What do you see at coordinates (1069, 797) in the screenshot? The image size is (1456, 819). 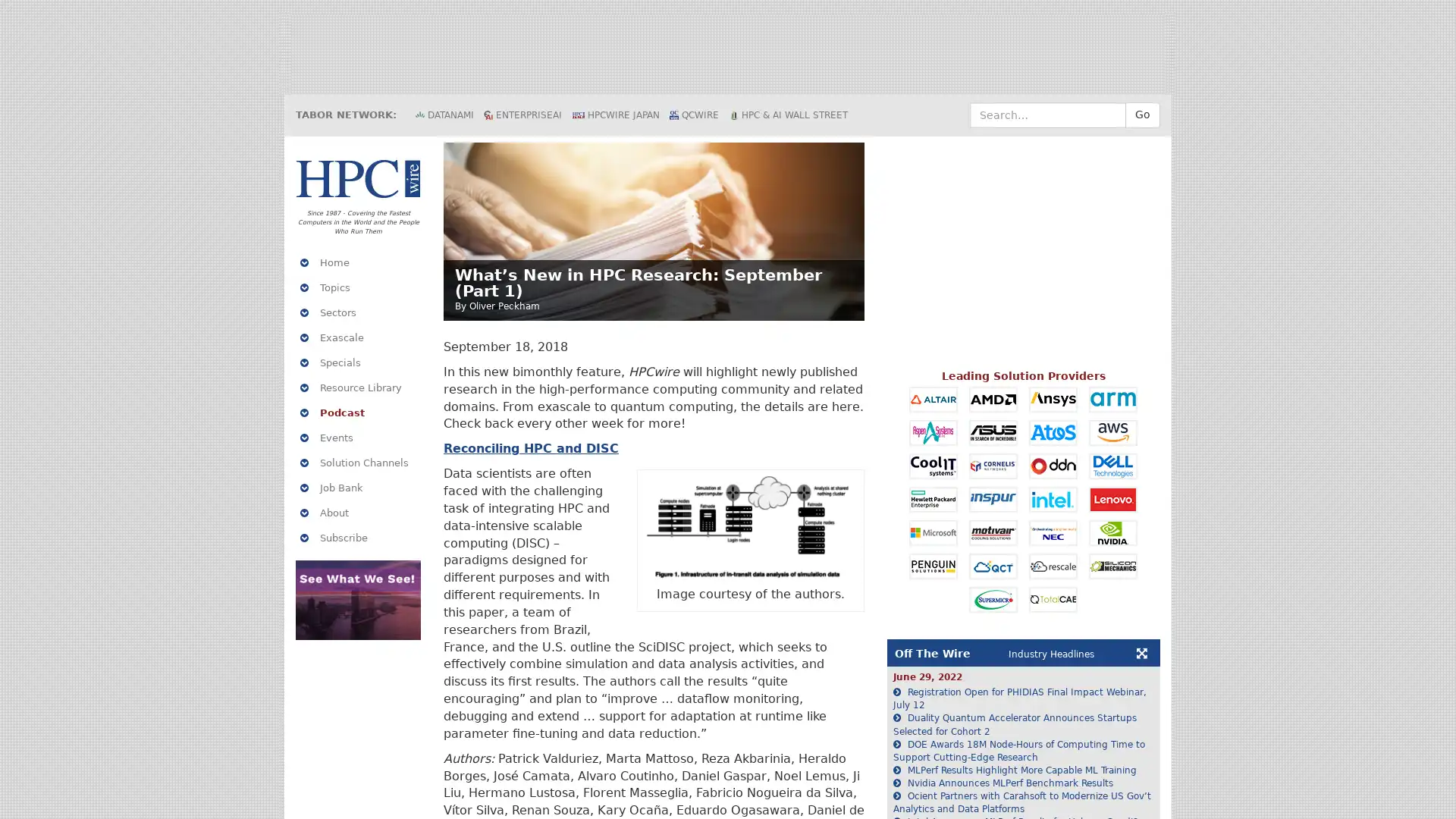 I see `Reject` at bounding box center [1069, 797].